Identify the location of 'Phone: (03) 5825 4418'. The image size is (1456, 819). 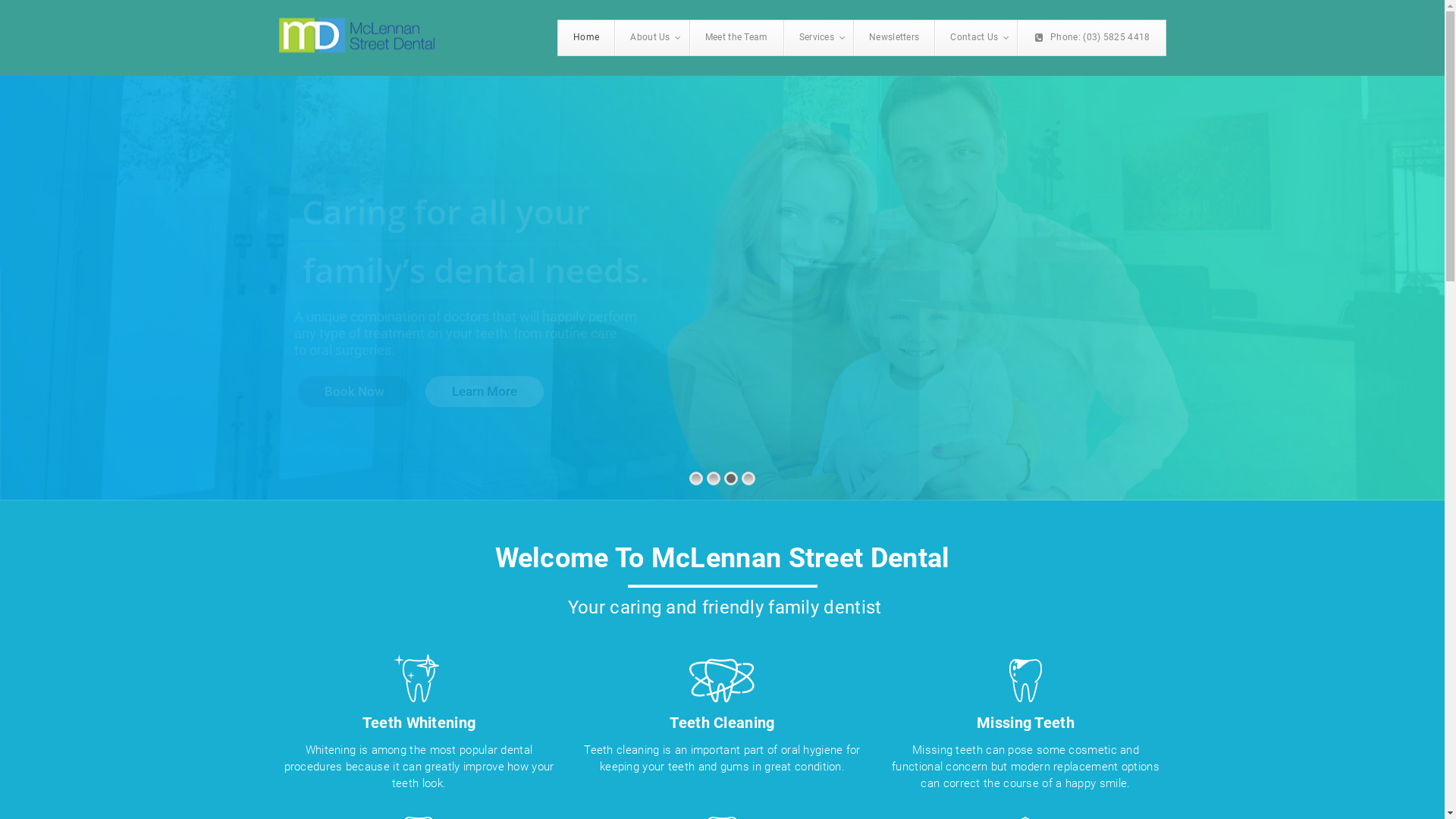
(1016, 37).